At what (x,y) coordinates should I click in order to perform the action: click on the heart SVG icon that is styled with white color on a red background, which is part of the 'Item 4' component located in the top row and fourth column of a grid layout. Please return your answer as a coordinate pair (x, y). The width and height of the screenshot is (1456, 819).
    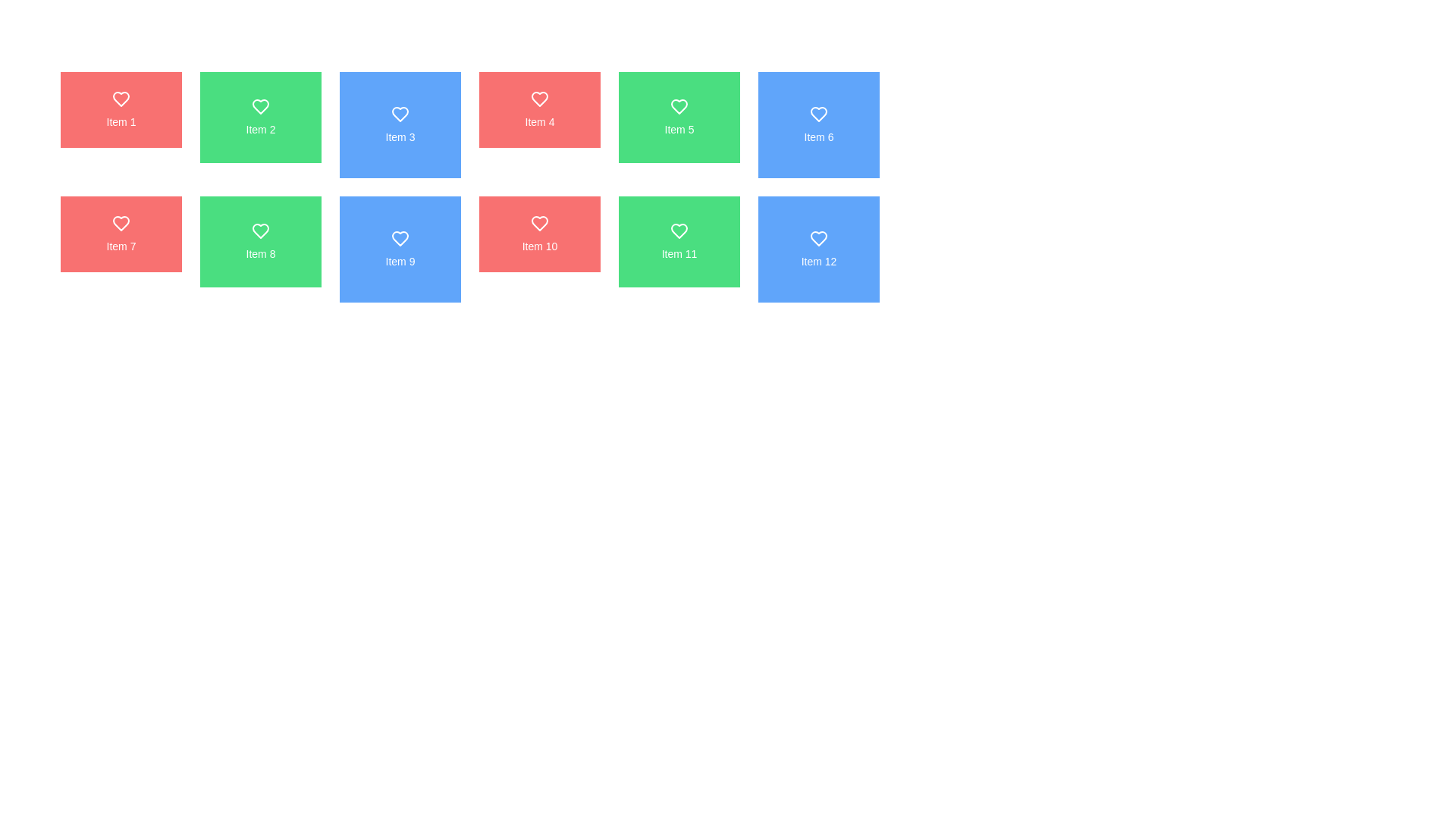
    Looking at the image, I should click on (539, 99).